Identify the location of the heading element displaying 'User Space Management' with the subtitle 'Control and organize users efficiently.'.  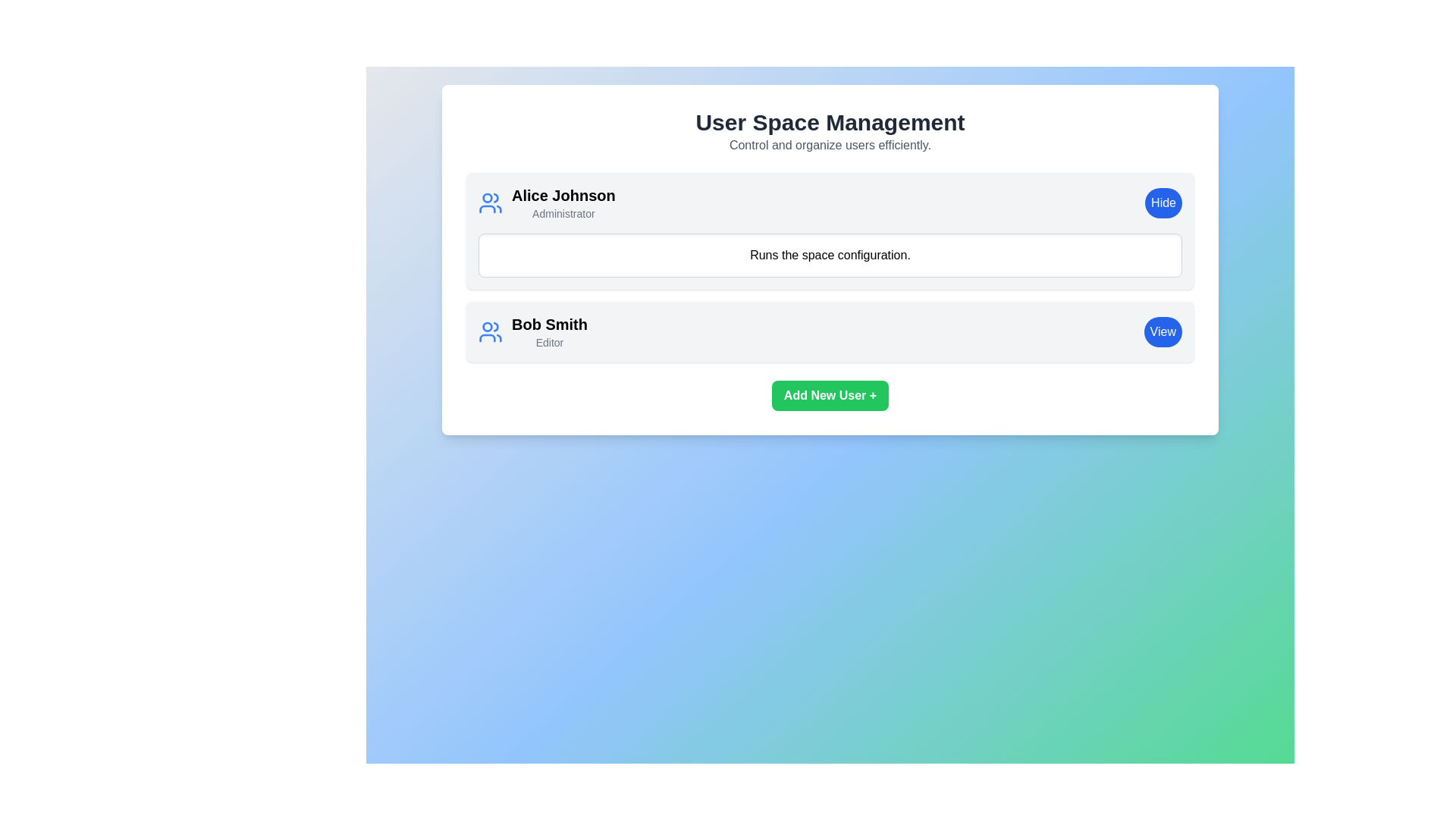
(829, 130).